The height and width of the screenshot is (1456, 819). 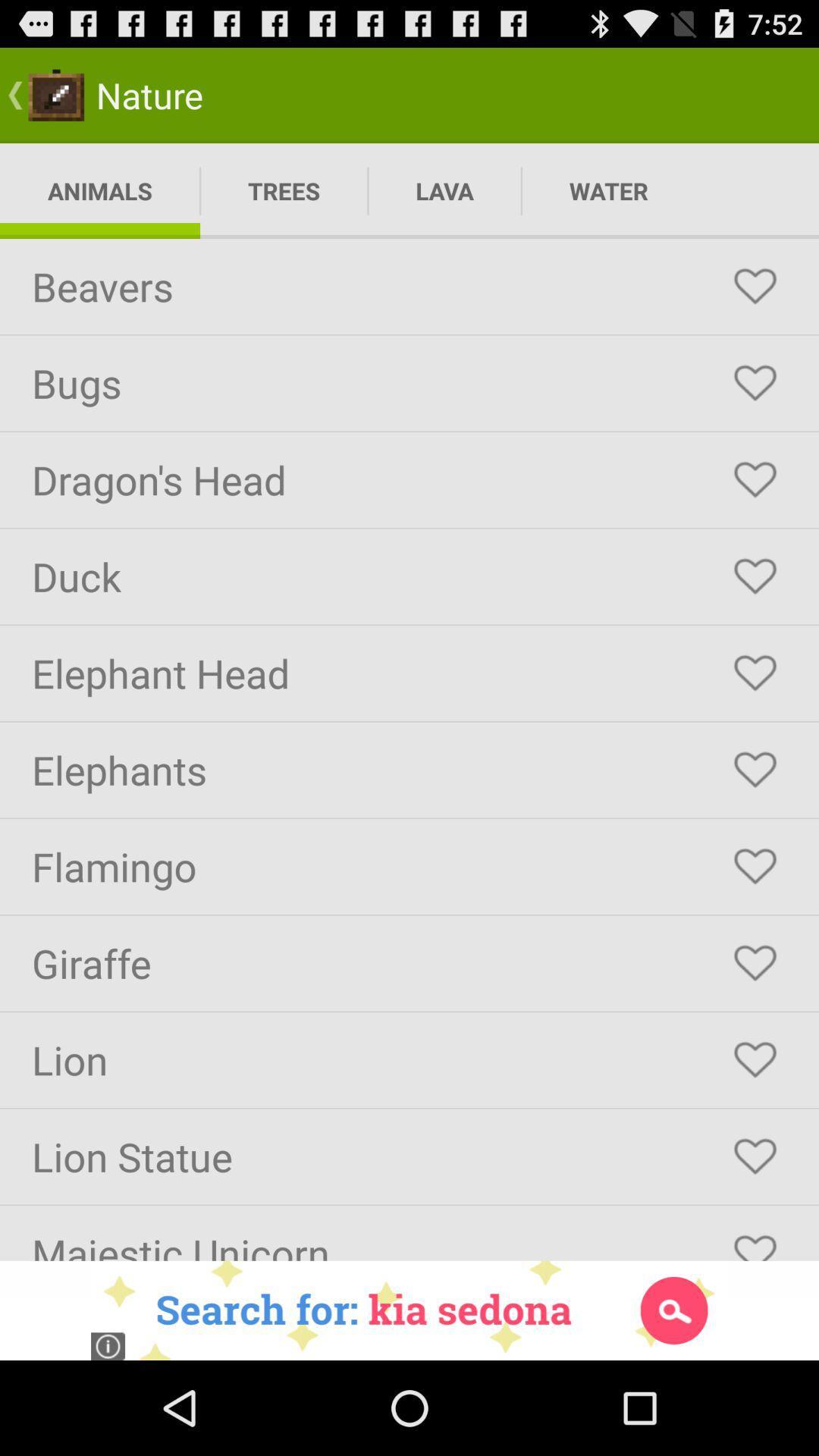 I want to click on kia sedona add, so click(x=409, y=1310).